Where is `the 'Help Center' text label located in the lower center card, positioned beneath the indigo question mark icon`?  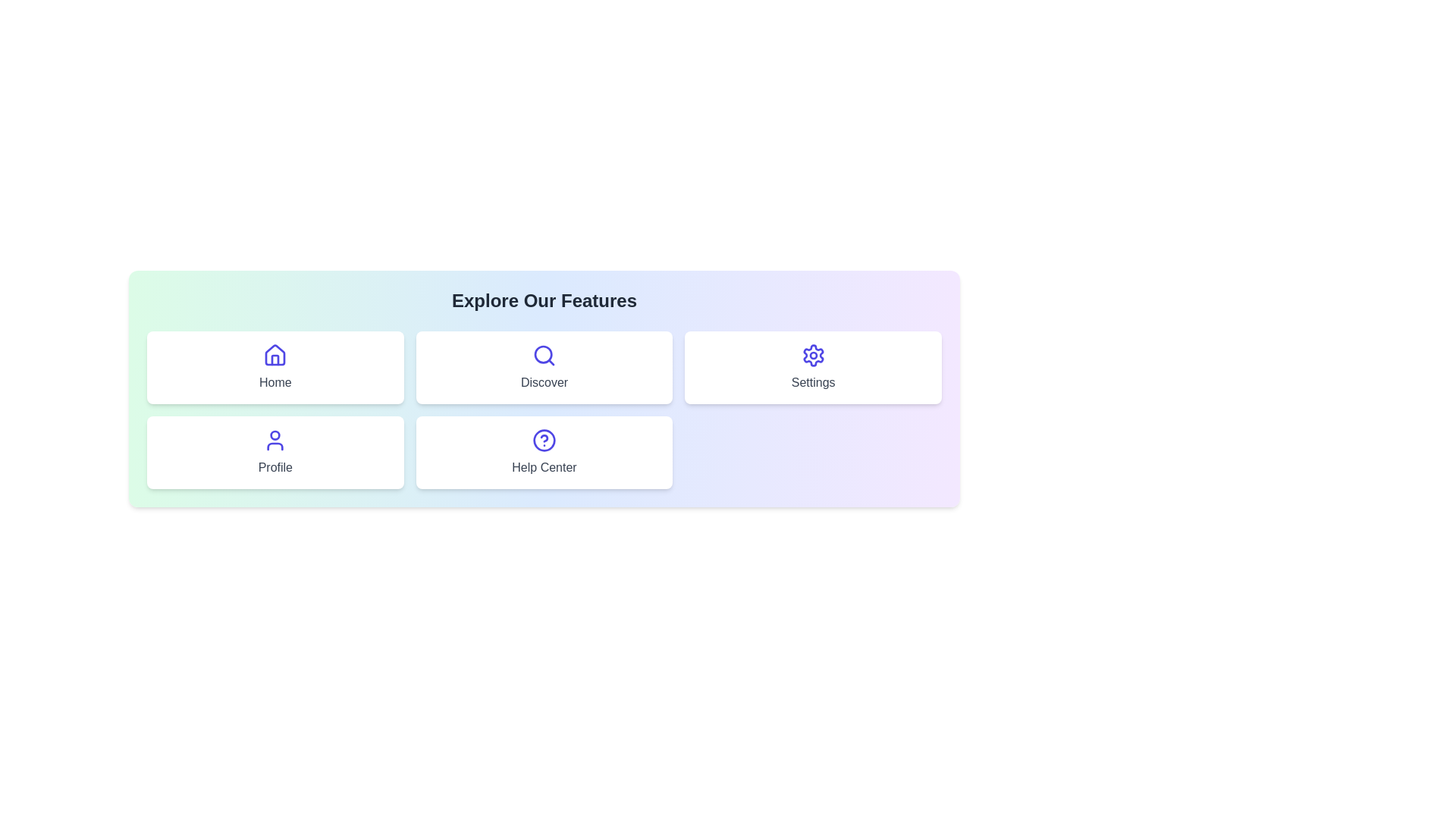 the 'Help Center' text label located in the lower center card, positioned beneath the indigo question mark icon is located at coordinates (544, 467).